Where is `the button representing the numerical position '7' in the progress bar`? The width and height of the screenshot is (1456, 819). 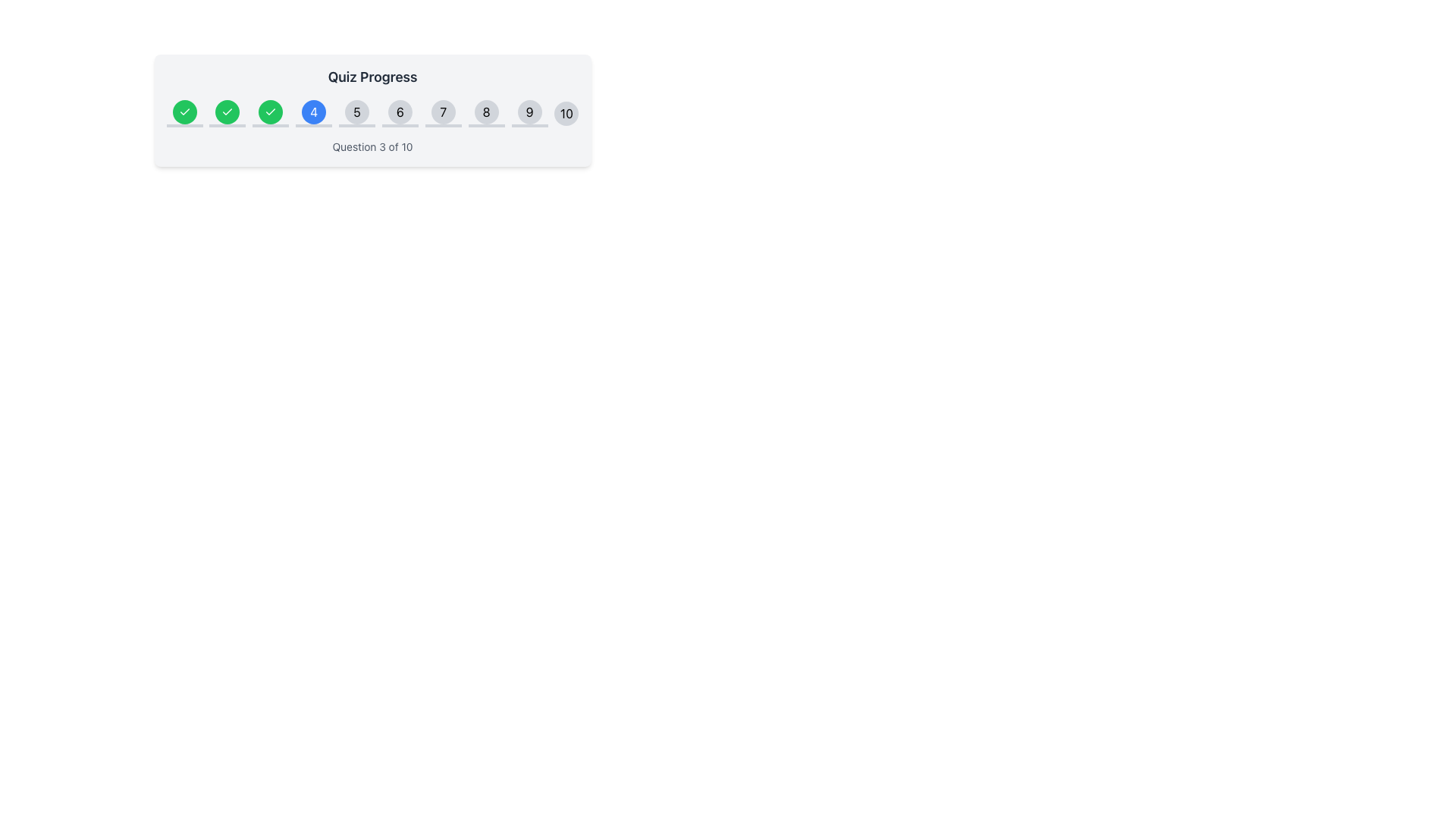 the button representing the numerical position '7' in the progress bar is located at coordinates (442, 111).